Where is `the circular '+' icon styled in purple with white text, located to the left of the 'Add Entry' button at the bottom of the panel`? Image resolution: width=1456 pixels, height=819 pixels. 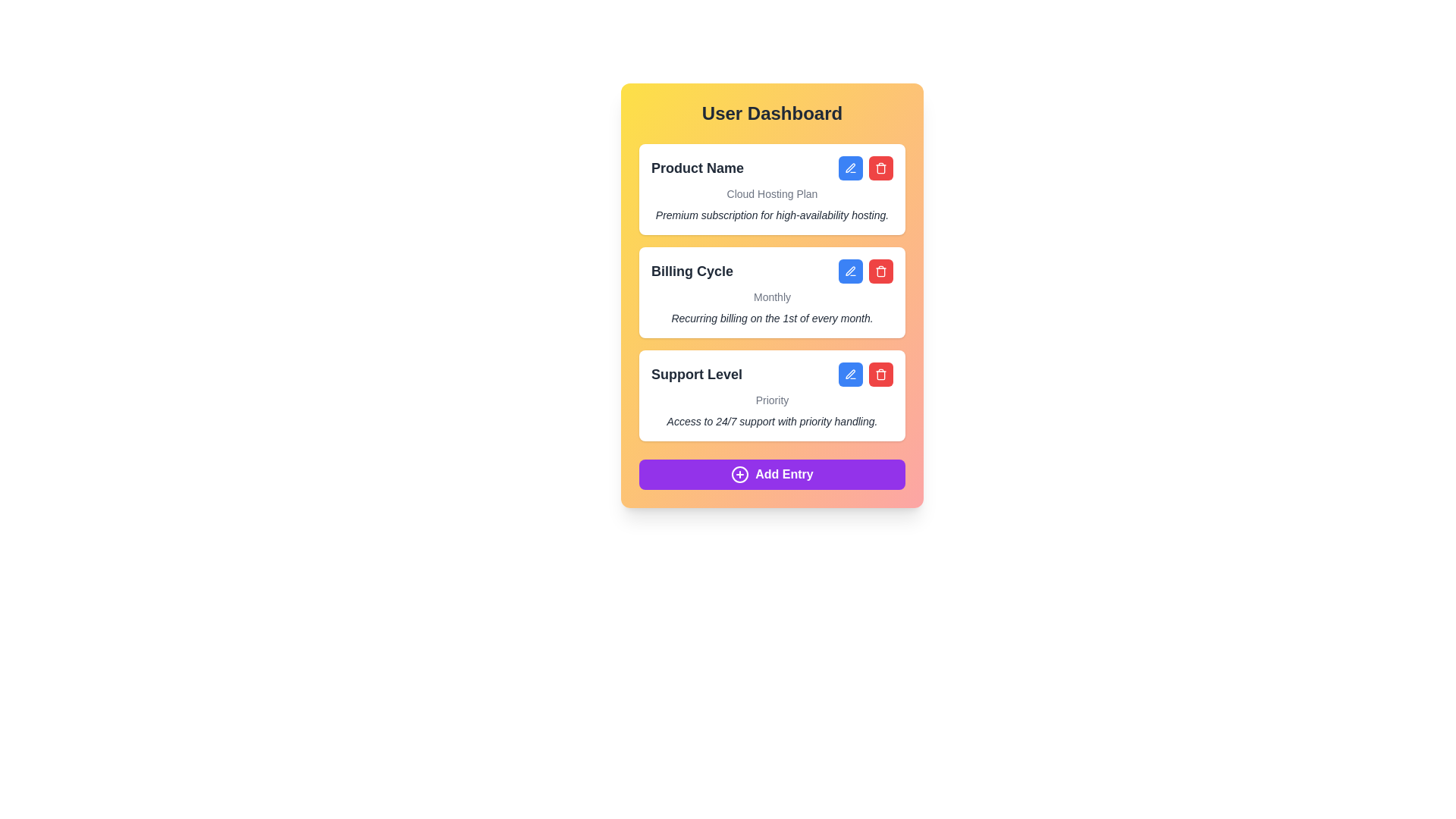 the circular '+' icon styled in purple with white text, located to the left of the 'Add Entry' button at the bottom of the panel is located at coordinates (740, 473).